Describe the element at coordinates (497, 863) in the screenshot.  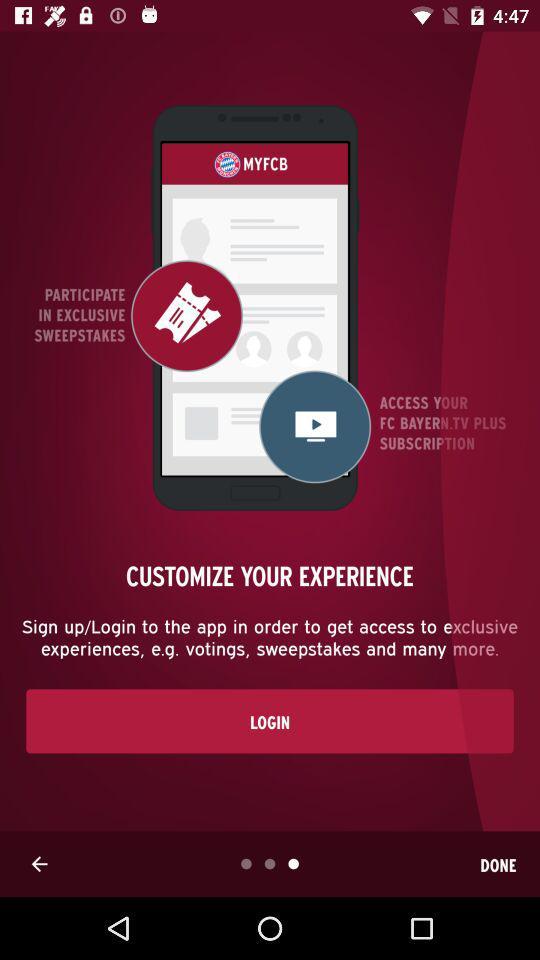
I see `done item` at that location.